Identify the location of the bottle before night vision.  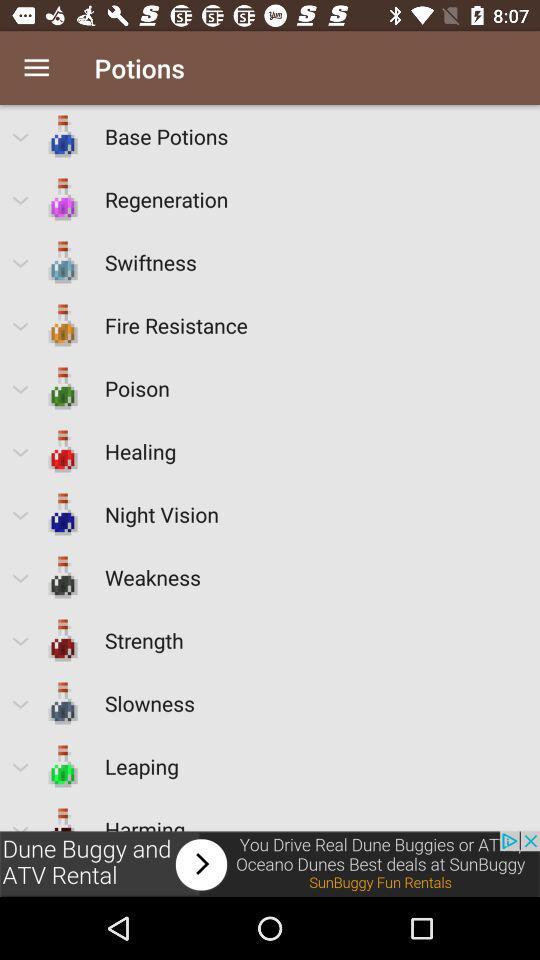
(63, 513).